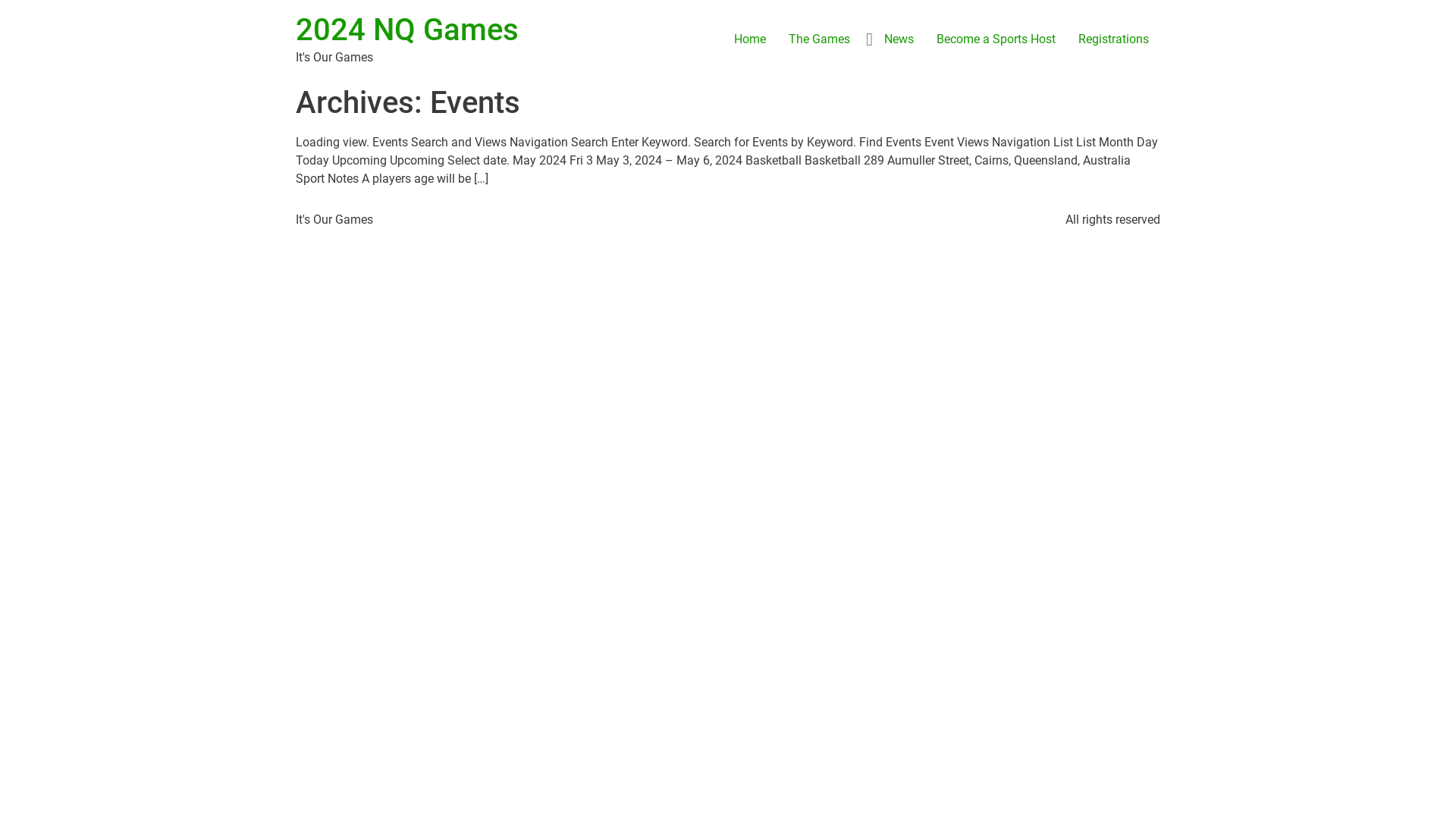  I want to click on 'Become a Sports Host', so click(996, 38).